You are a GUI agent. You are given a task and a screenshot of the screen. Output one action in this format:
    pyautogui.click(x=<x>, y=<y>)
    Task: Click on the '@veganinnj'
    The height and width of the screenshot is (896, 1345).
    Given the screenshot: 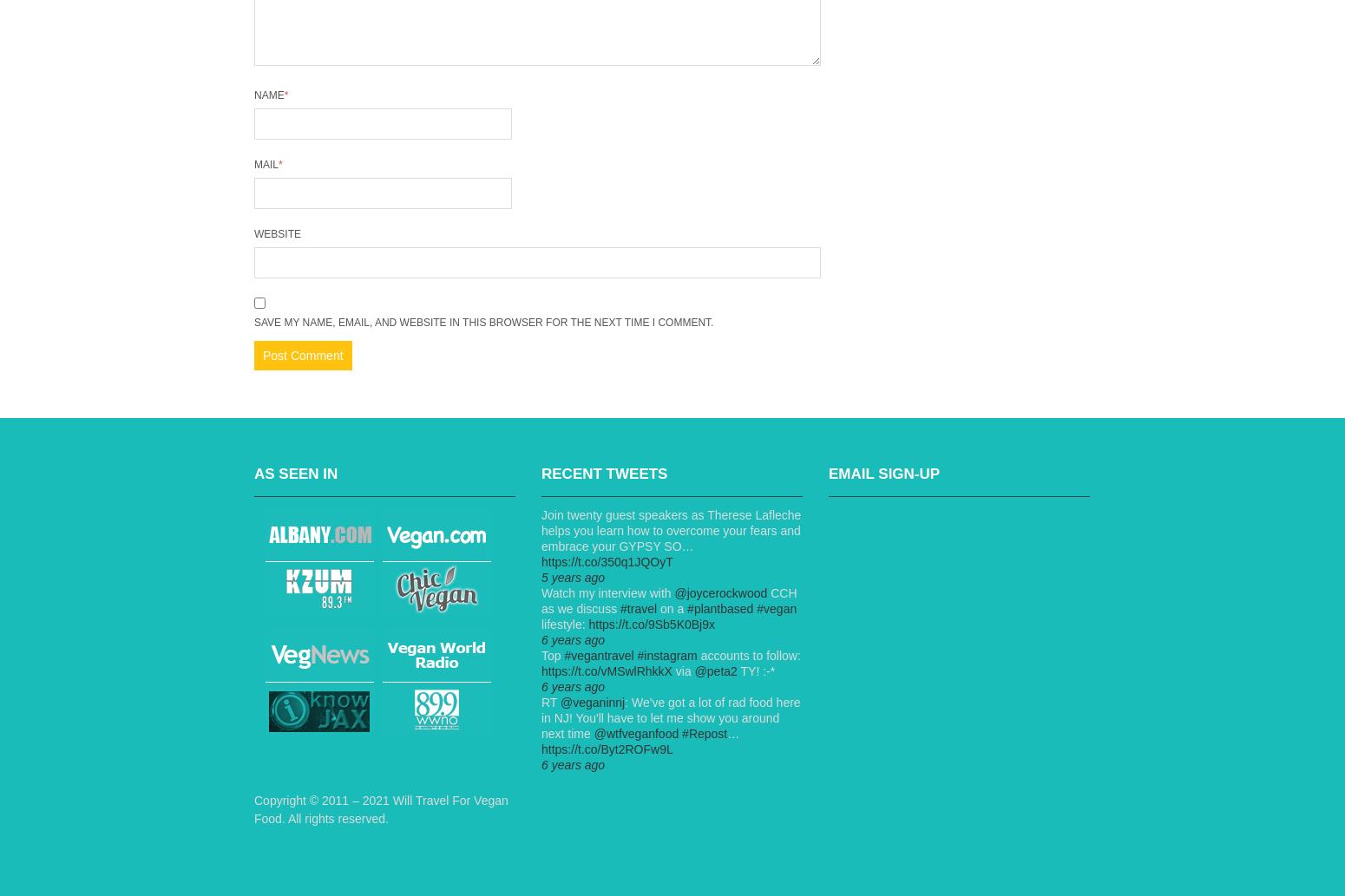 What is the action you would take?
    pyautogui.click(x=591, y=702)
    